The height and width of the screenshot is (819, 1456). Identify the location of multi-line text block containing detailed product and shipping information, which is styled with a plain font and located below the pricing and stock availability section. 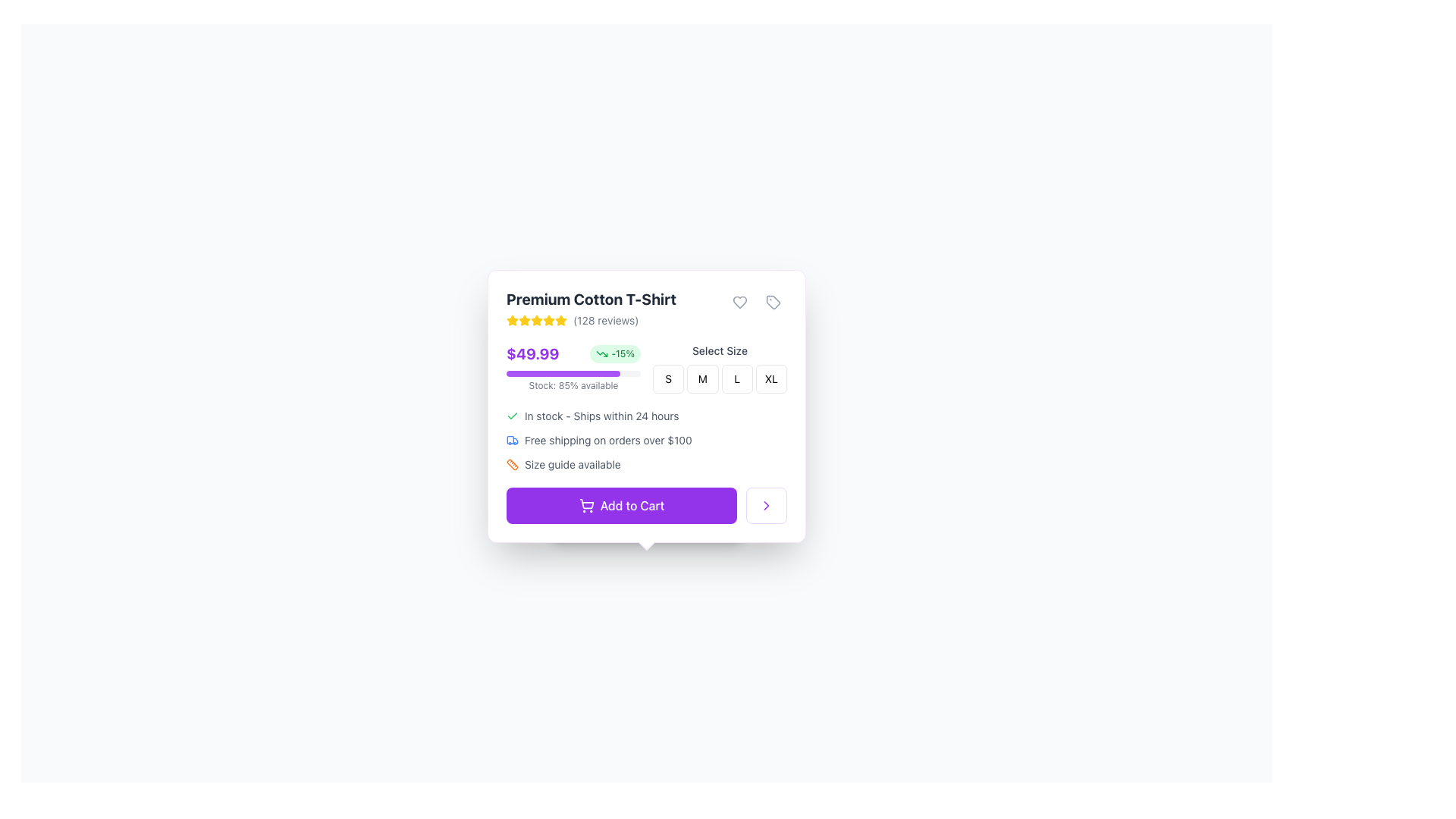
(647, 433).